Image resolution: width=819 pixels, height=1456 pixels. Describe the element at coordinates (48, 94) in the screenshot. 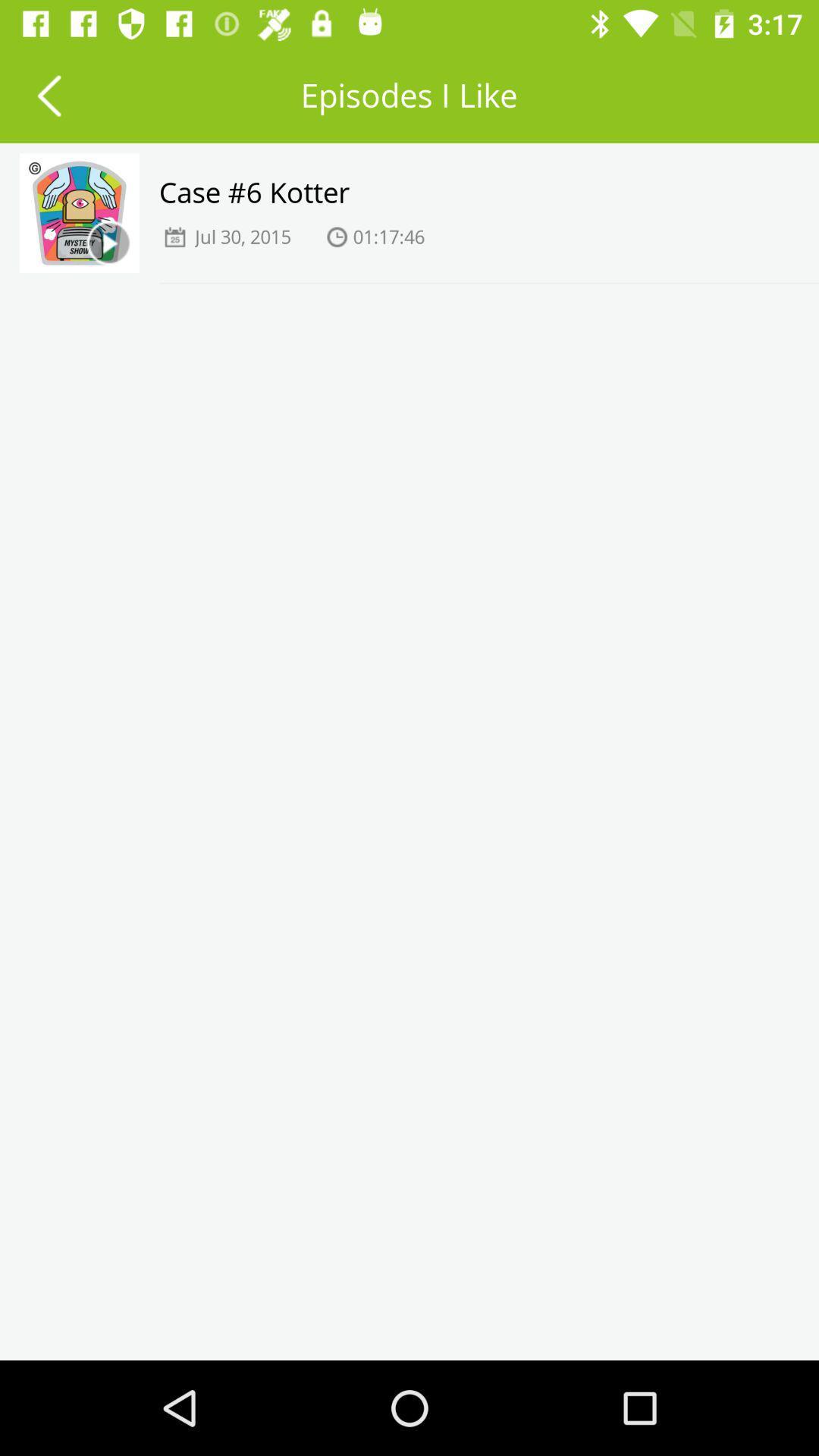

I see `item next to the episodes i like icon` at that location.